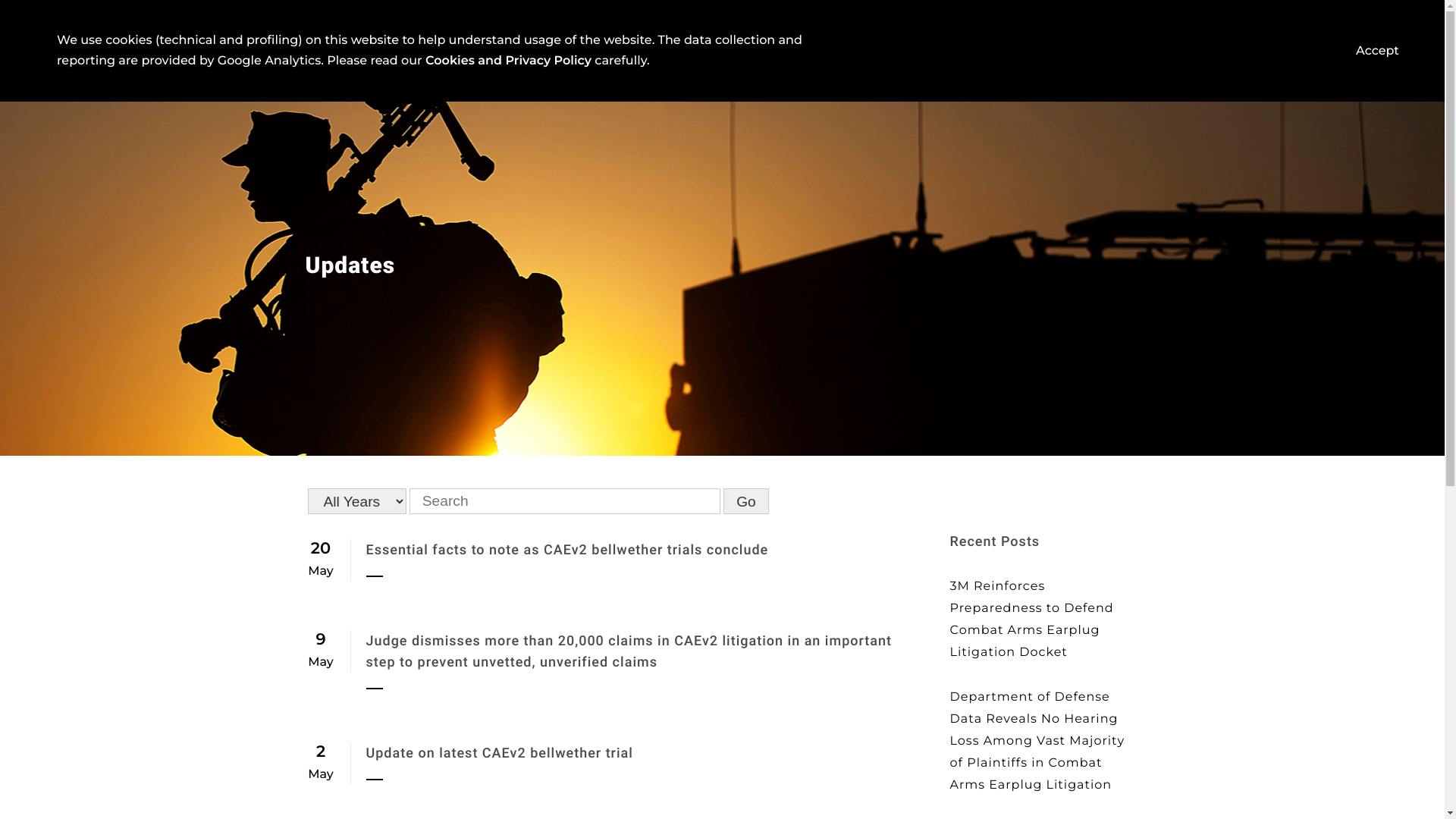 This screenshot has height=819, width=1456. Describe the element at coordinates (745, 500) in the screenshot. I see `'Go'` at that location.